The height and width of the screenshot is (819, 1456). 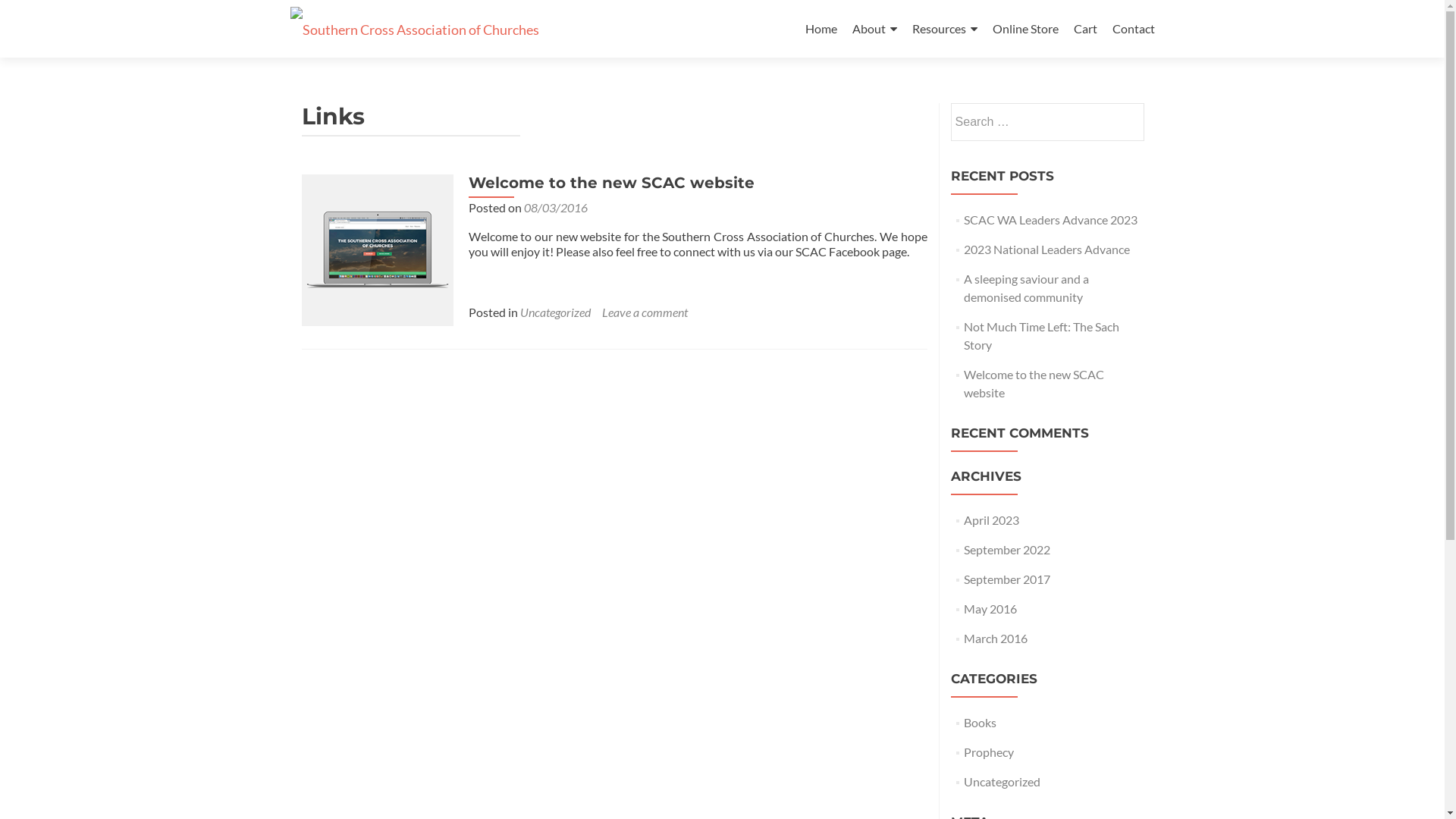 What do you see at coordinates (1040, 334) in the screenshot?
I see `'Not Much Time Left: The Sach Story'` at bounding box center [1040, 334].